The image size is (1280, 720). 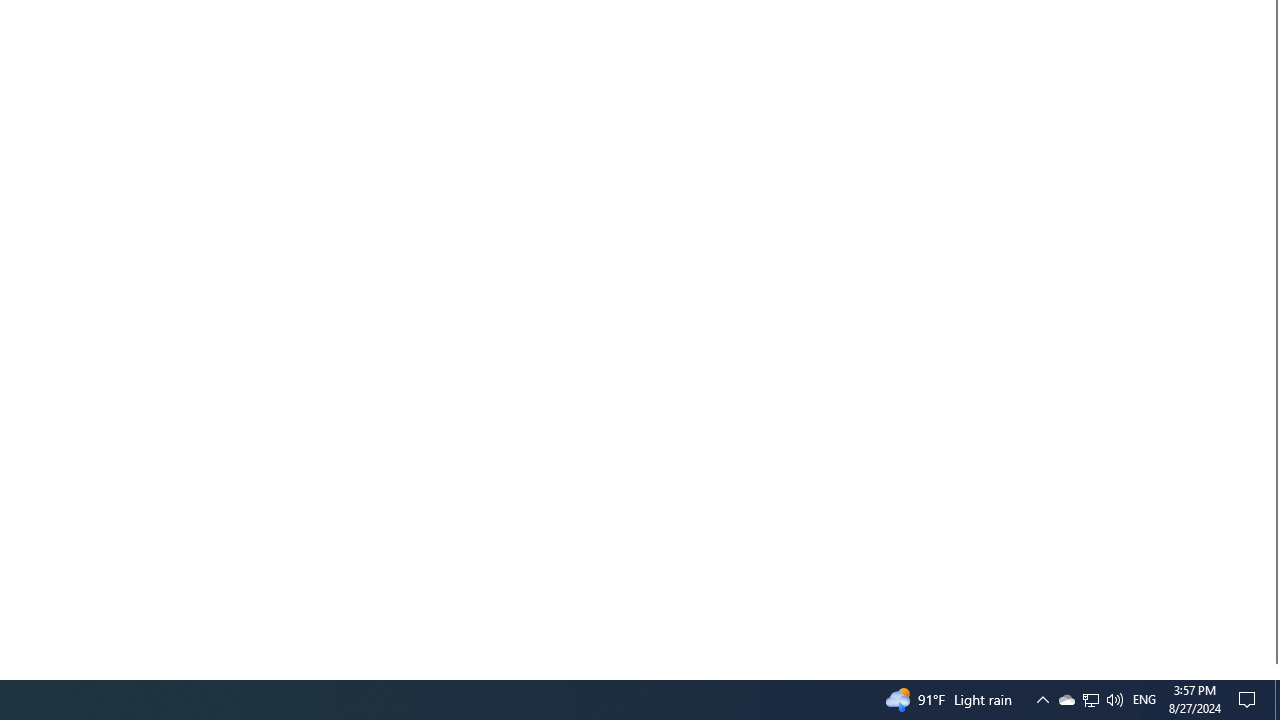 I want to click on 'Notification Chevron', so click(x=1065, y=698).